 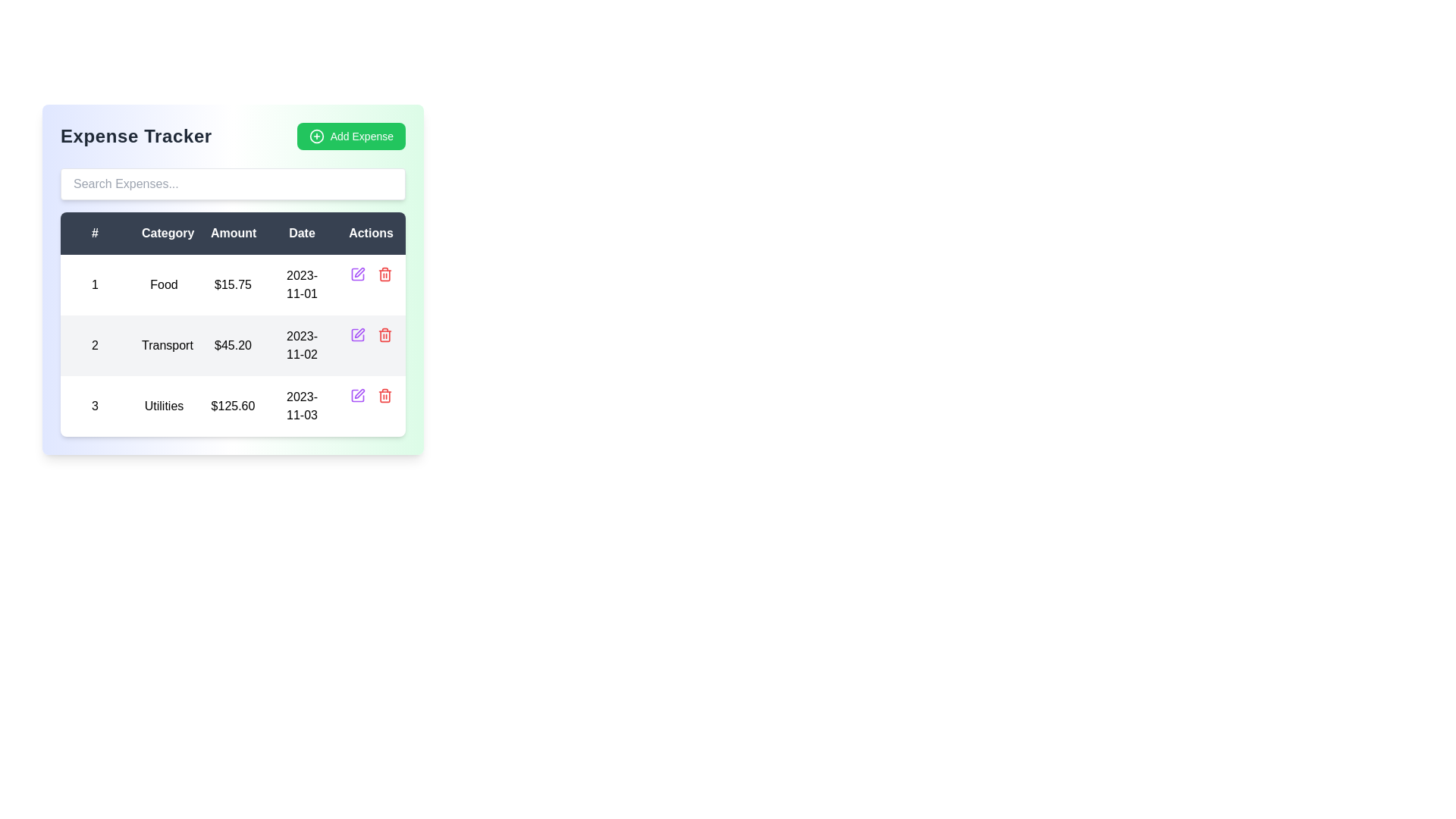 What do you see at coordinates (384, 394) in the screenshot?
I see `the Trash can icon located in the bottom-right corner of the third row of the 'Actions' column in the expense tracker interface` at bounding box center [384, 394].